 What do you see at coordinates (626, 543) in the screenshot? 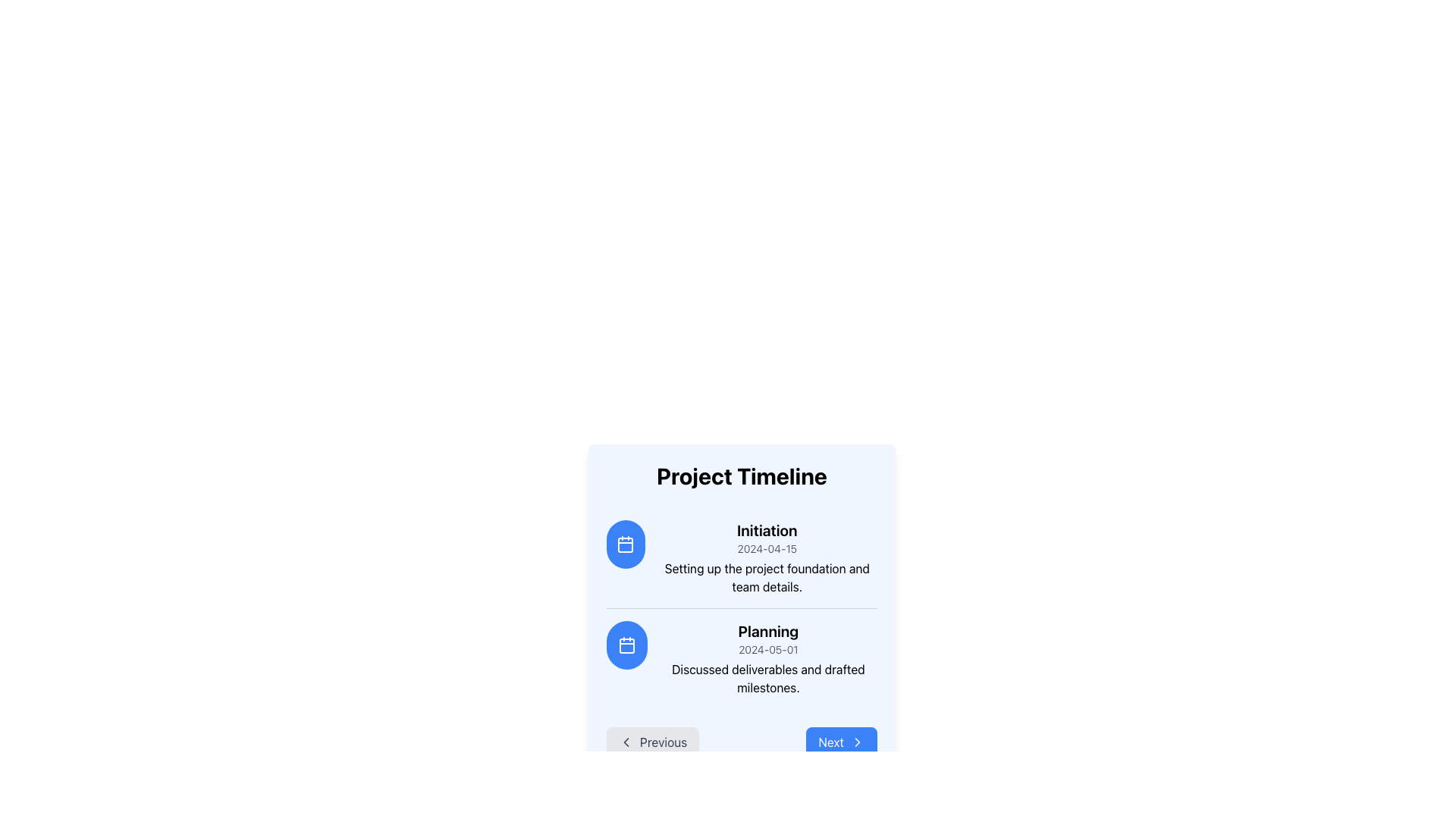
I see `the first calendar icon in the Project Timeline card, which is within a blue circular background to the left of the 'Initiation' heading` at bounding box center [626, 543].